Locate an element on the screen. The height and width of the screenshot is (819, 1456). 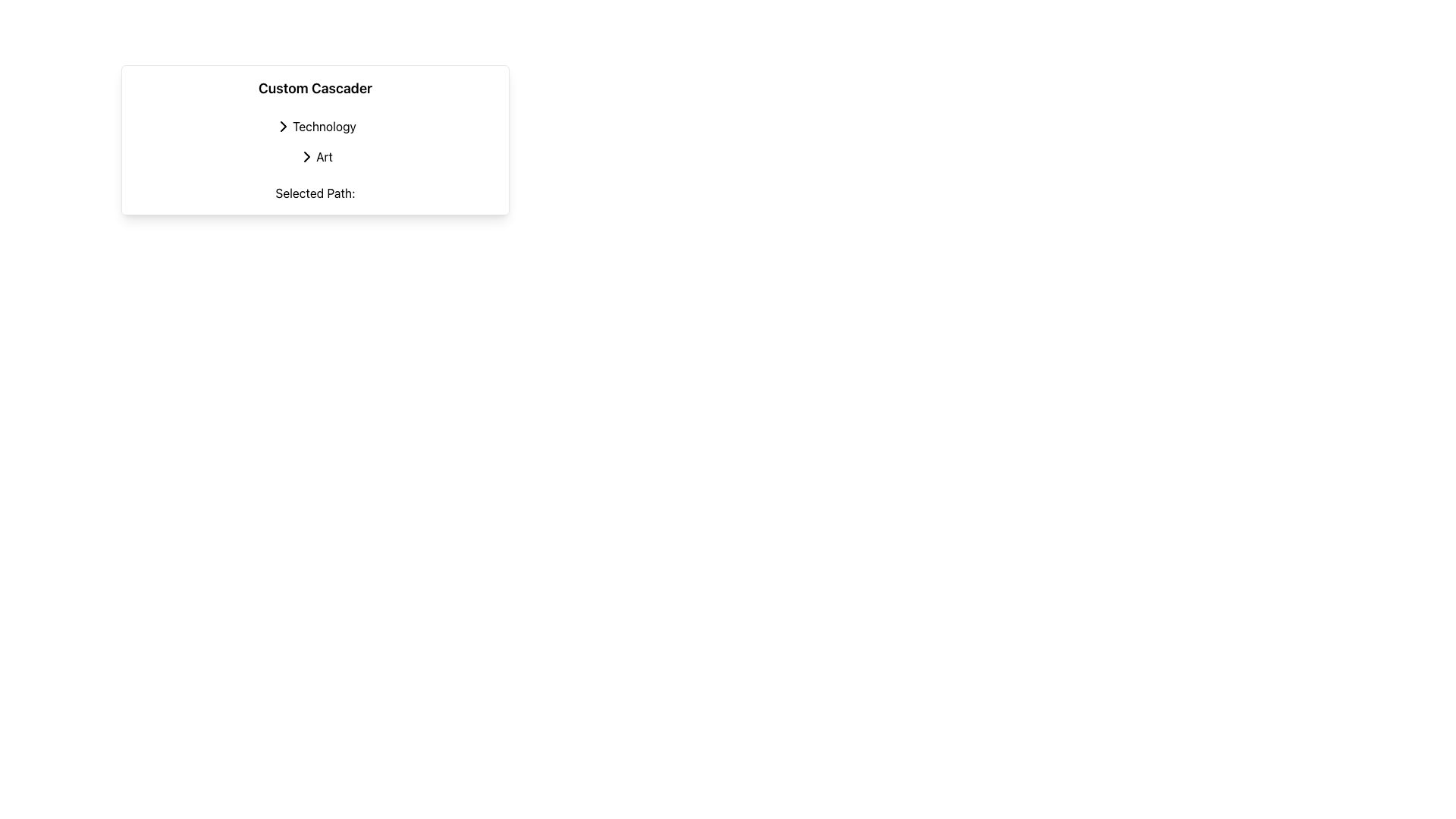
the clickable list item labeled 'Art' with a right-facing chevron icon is located at coordinates (315, 157).